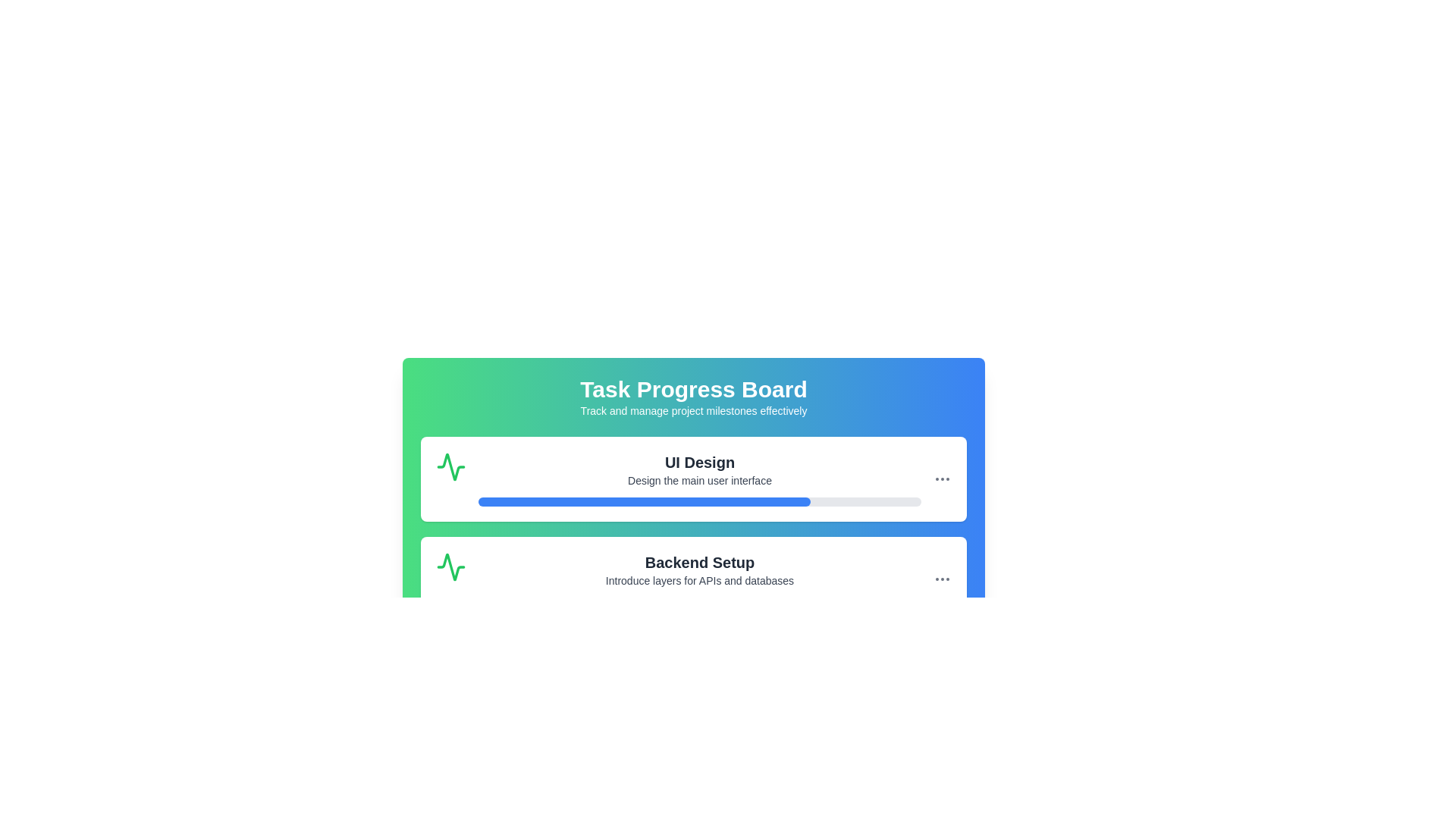 The width and height of the screenshot is (1456, 819). Describe the element at coordinates (698, 580) in the screenshot. I see `the static text element providing additional information about 'Backend Setup' located beneath the title text in the 'Task Progress Board' interface` at that location.